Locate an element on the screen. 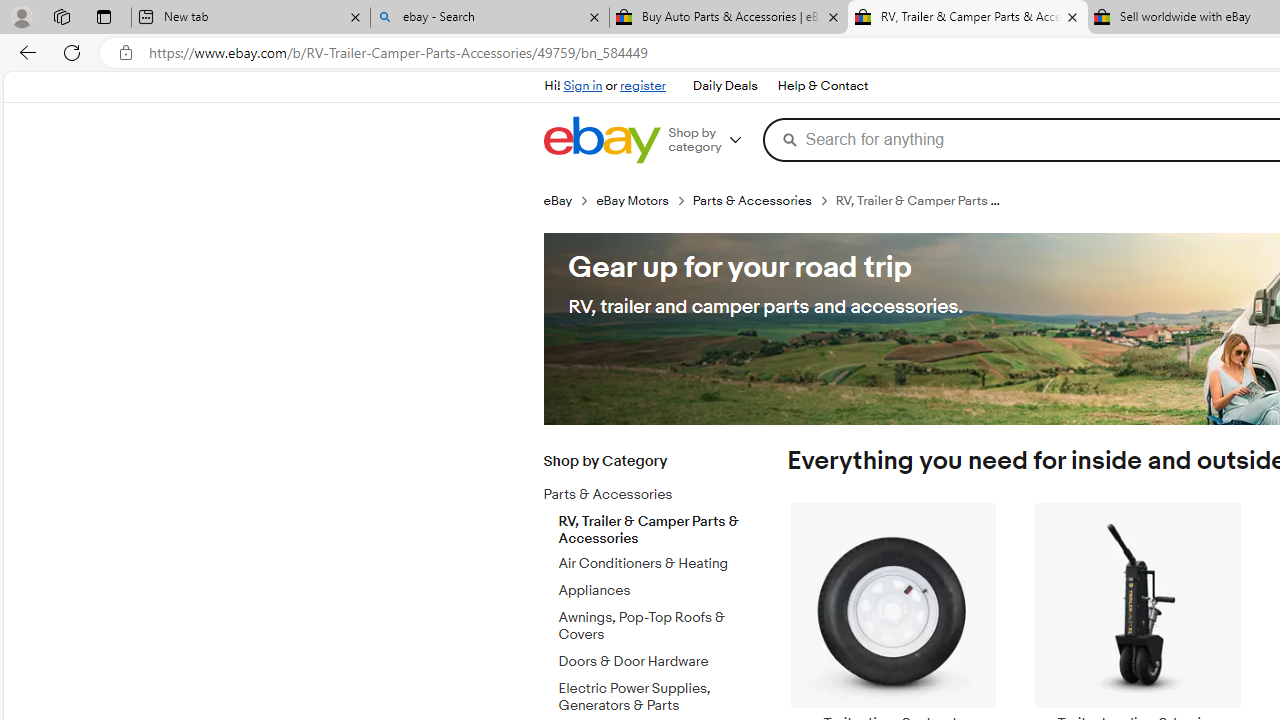 The image size is (1280, 720). 'register' is located at coordinates (643, 85).